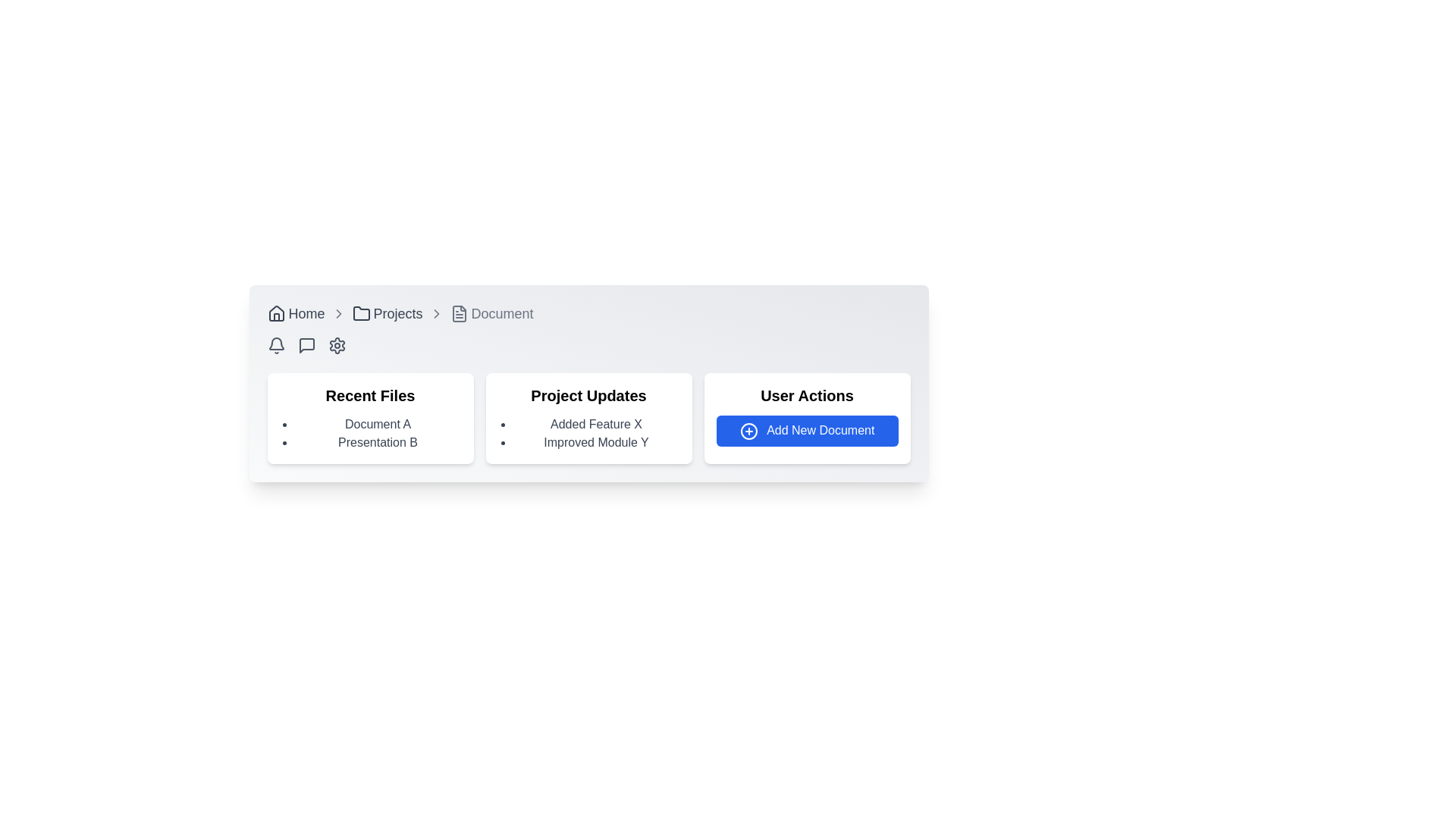  Describe the element at coordinates (806, 394) in the screenshot. I see `the 'User Actions' text header located at the top of the card component on the right-most side of a group of three similar cards` at that location.